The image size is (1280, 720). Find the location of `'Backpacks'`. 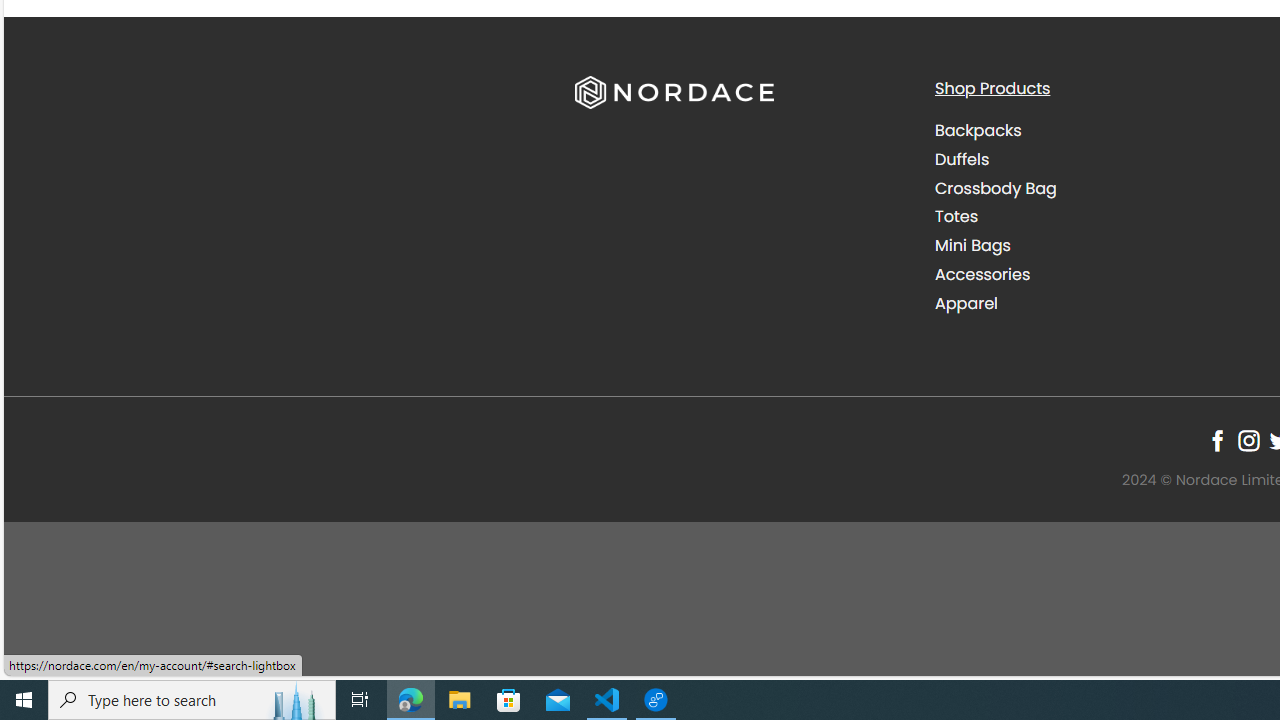

'Backpacks' is located at coordinates (1098, 131).